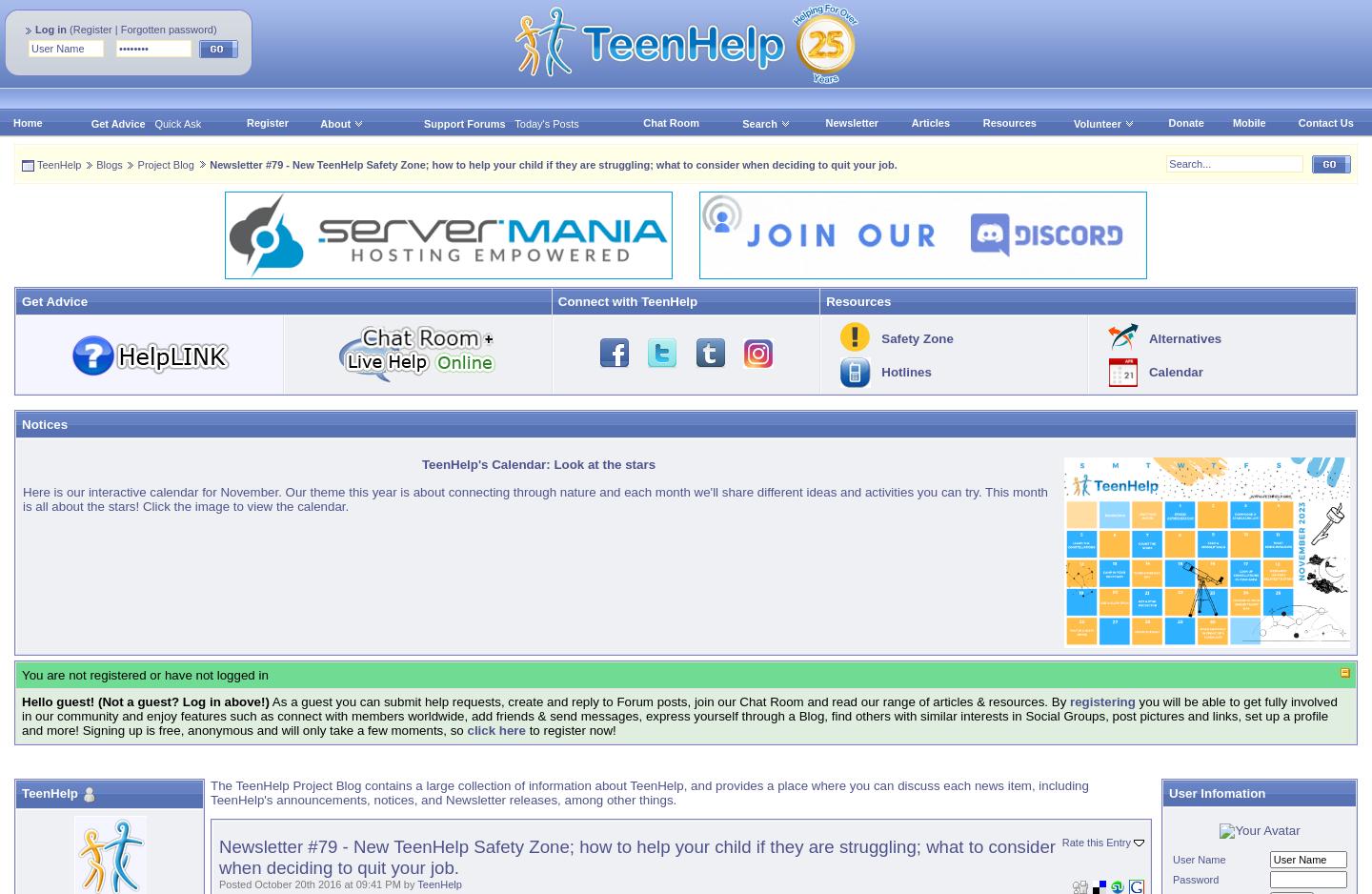 The height and width of the screenshot is (894, 1372). What do you see at coordinates (649, 793) in the screenshot?
I see `'The TeenHelp Project Blog contains a large collection of information about TeenHelp, and provides a place where you can discuss each news item, including TeenHelp's announcements, notices, and Newsletter releases, among other things.'` at bounding box center [649, 793].